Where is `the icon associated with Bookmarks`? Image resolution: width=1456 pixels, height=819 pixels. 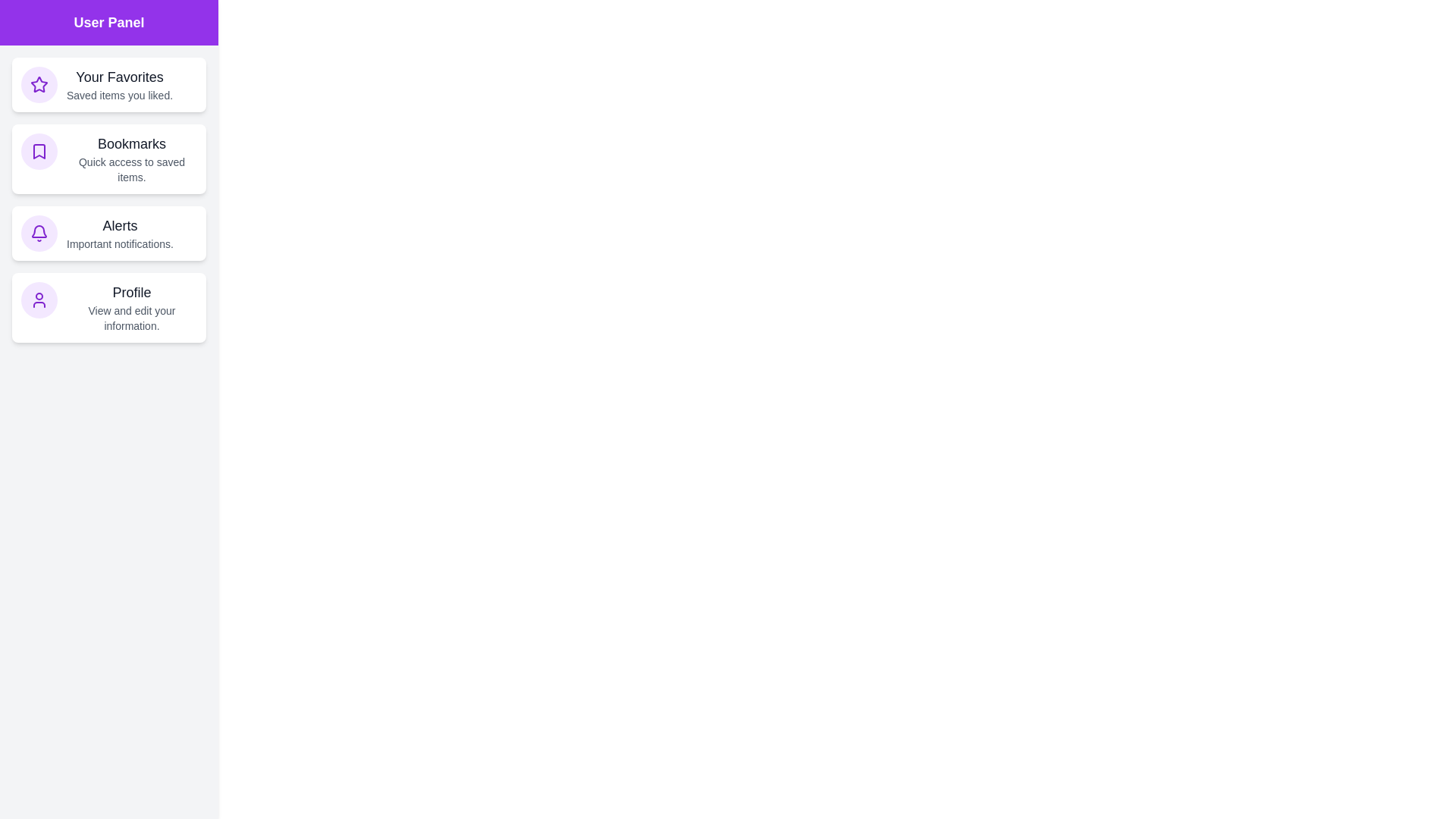 the icon associated with Bookmarks is located at coordinates (39, 152).